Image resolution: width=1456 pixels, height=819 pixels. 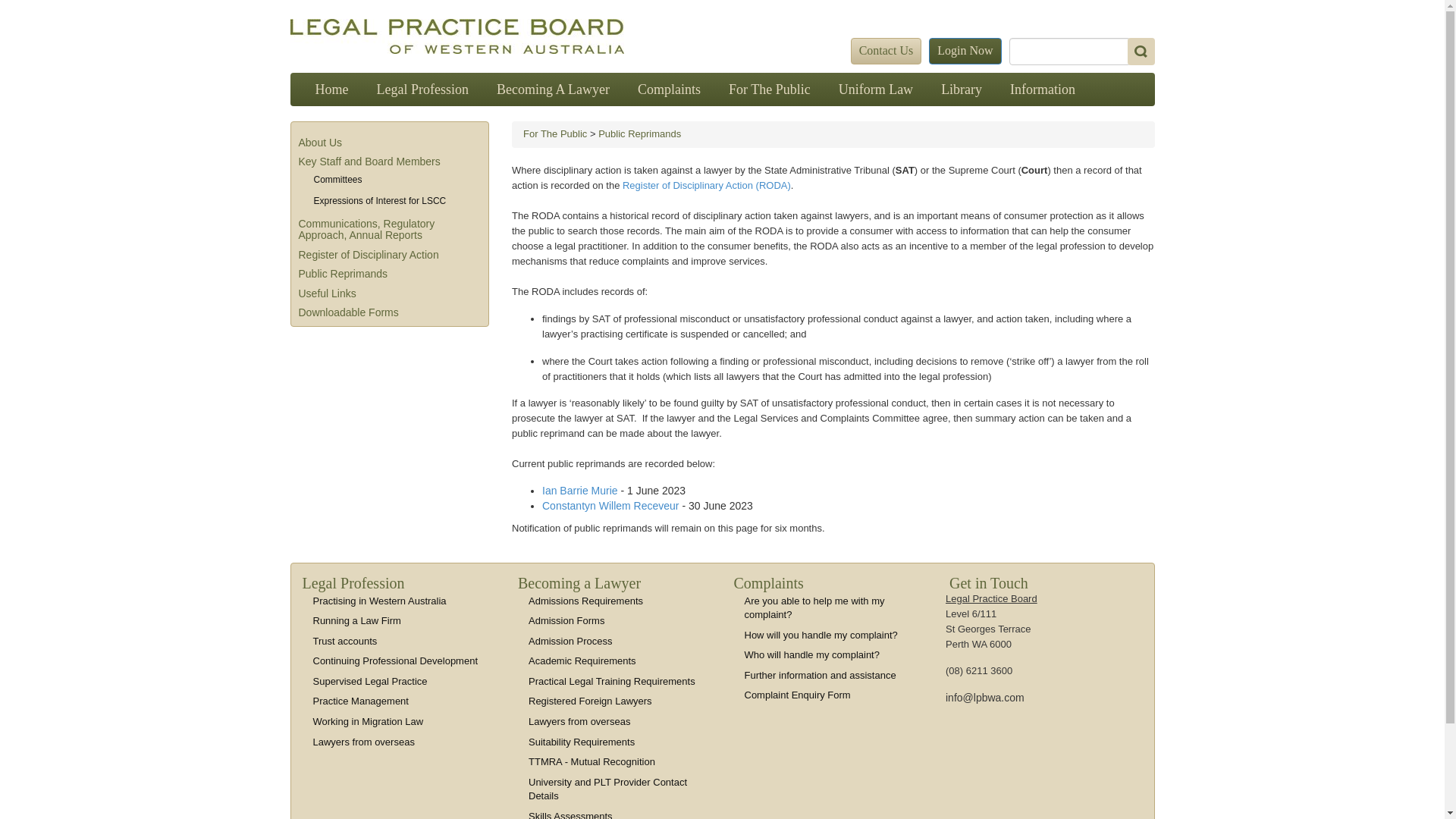 I want to click on 'Information', so click(x=996, y=89).